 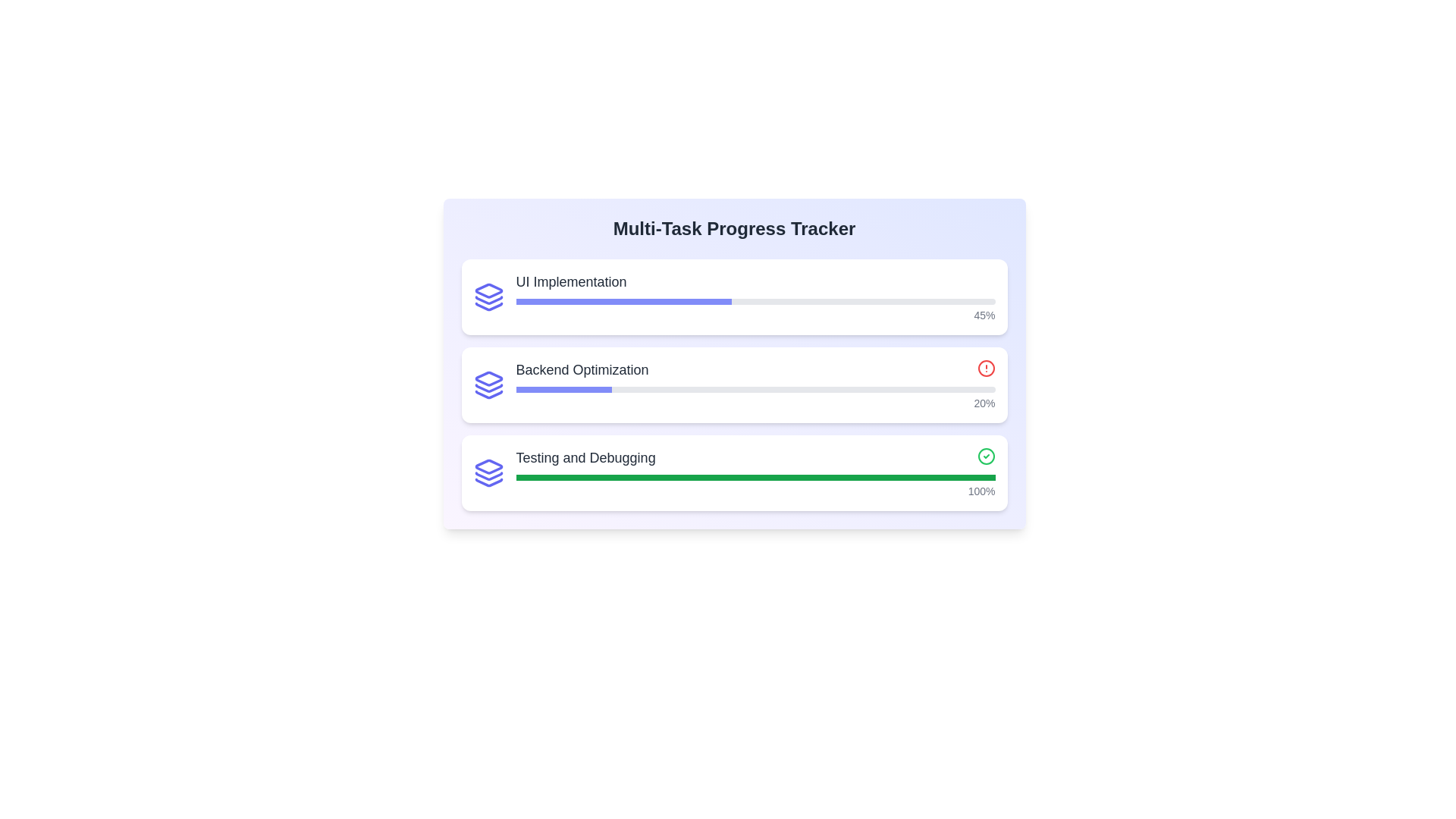 I want to click on the bottom layer icon of the 'Testing and Debugging' task, which visually represents a layer concept in the icon stack, so click(x=488, y=482).